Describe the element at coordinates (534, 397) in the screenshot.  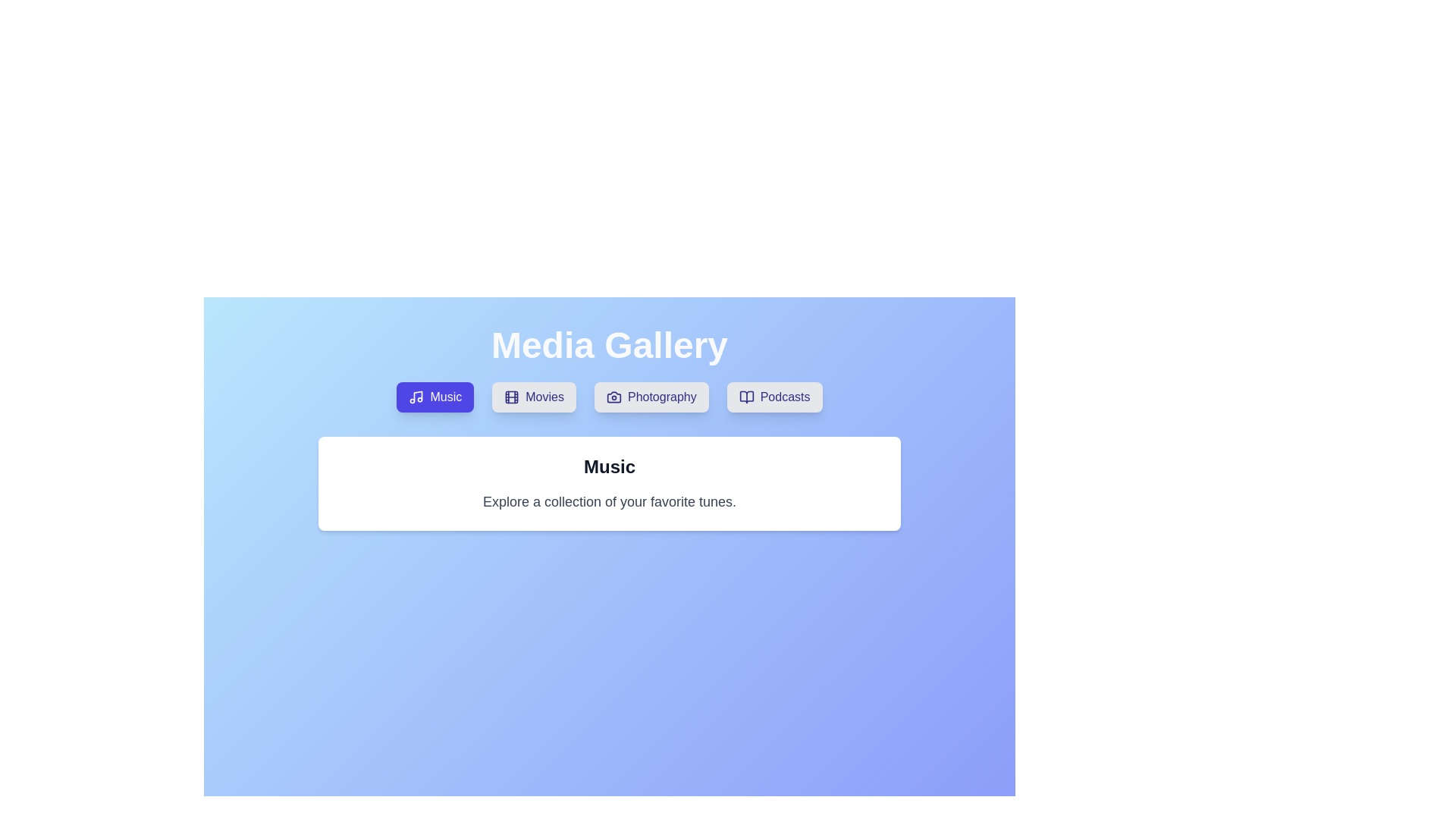
I see `the Movies tab by clicking on its button` at that location.